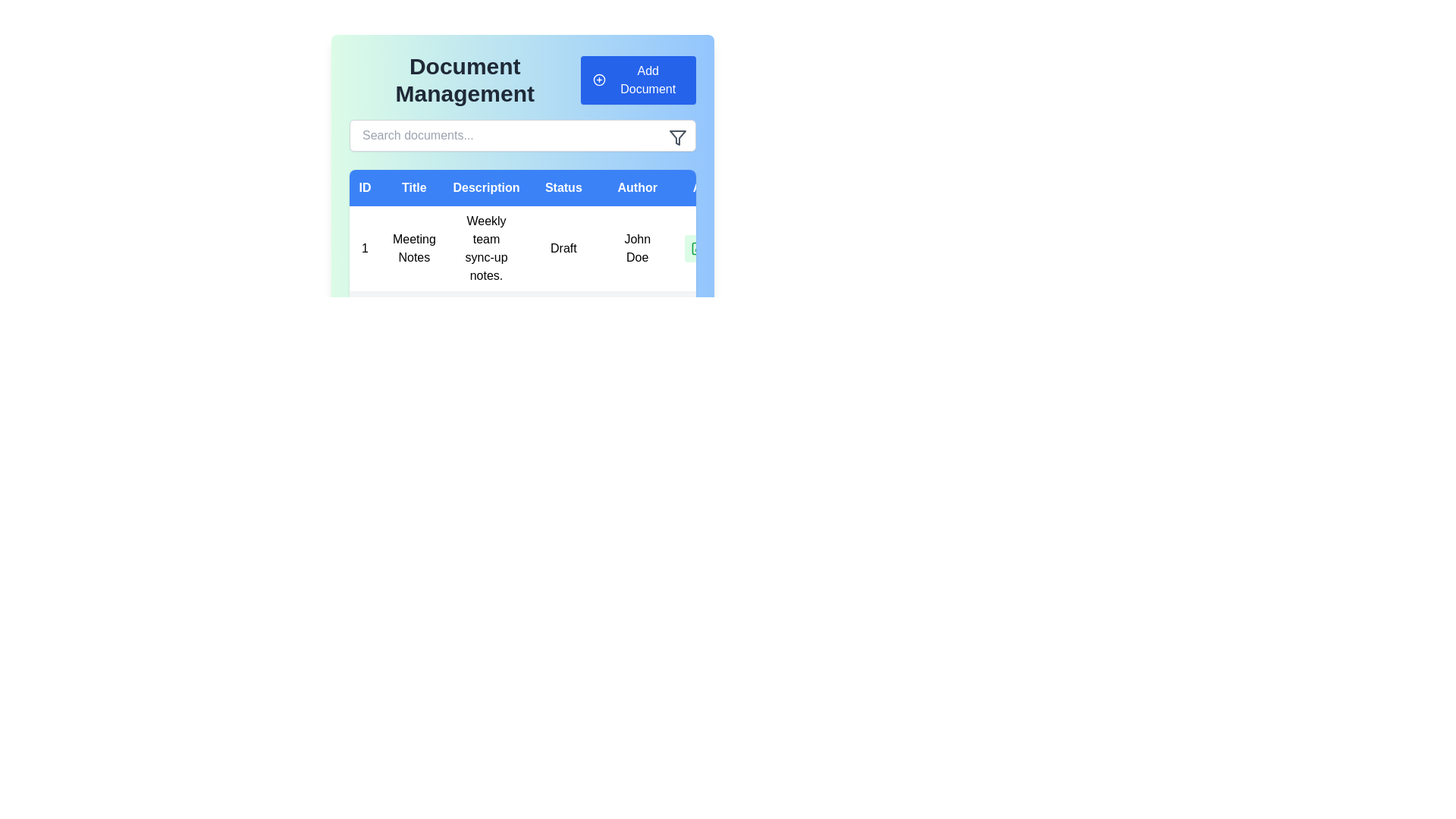 Image resolution: width=1456 pixels, height=819 pixels. What do you see at coordinates (365, 187) in the screenshot?
I see `the table header cell containing the text 'ID', which is styled with a blue background and white text, located at the top-left of the table header row` at bounding box center [365, 187].